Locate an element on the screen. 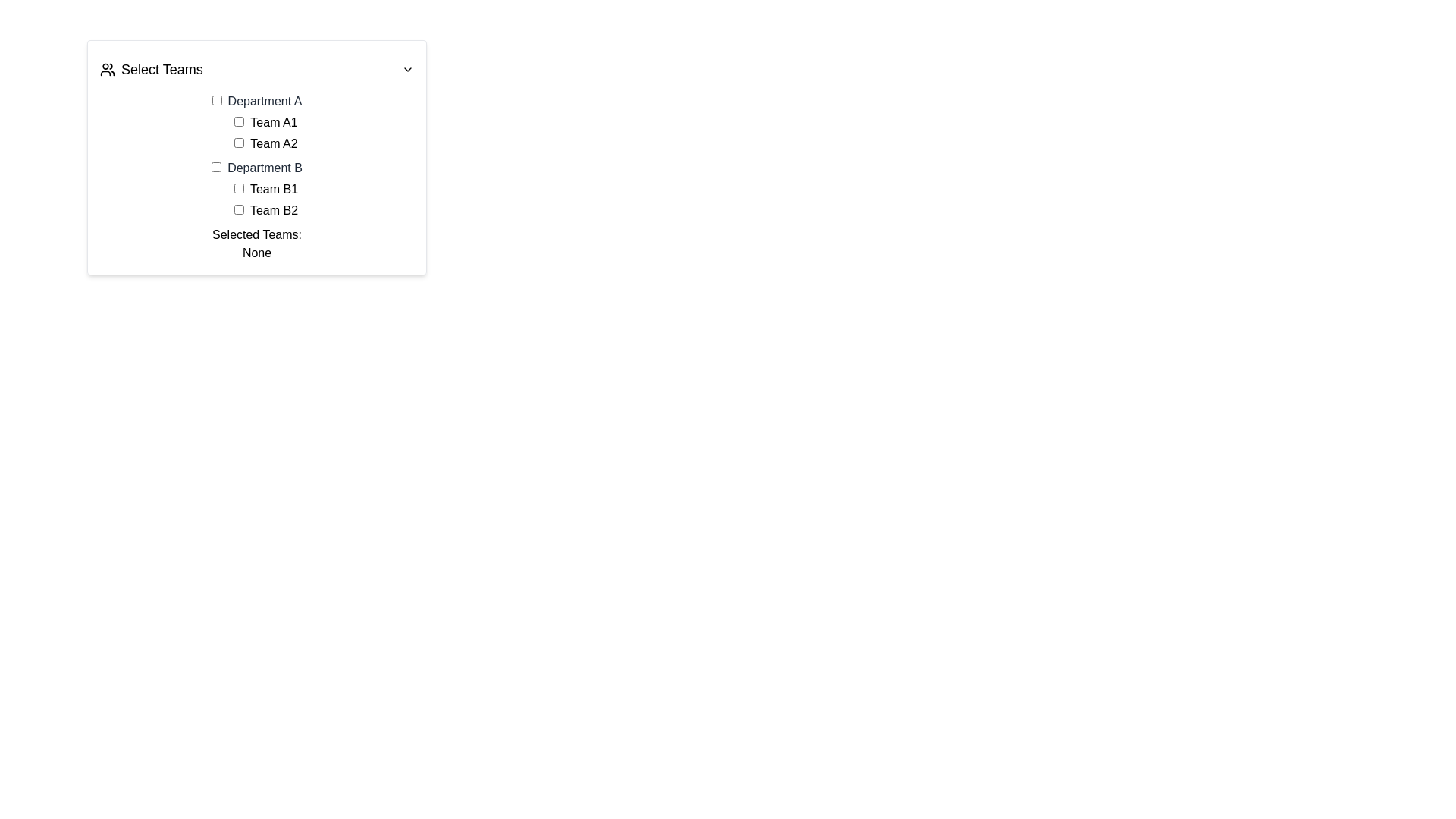 The width and height of the screenshot is (1456, 819). the first checkbox for 'Team B2' located in the lower half of the interface under 'Department B' is located at coordinates (238, 209).